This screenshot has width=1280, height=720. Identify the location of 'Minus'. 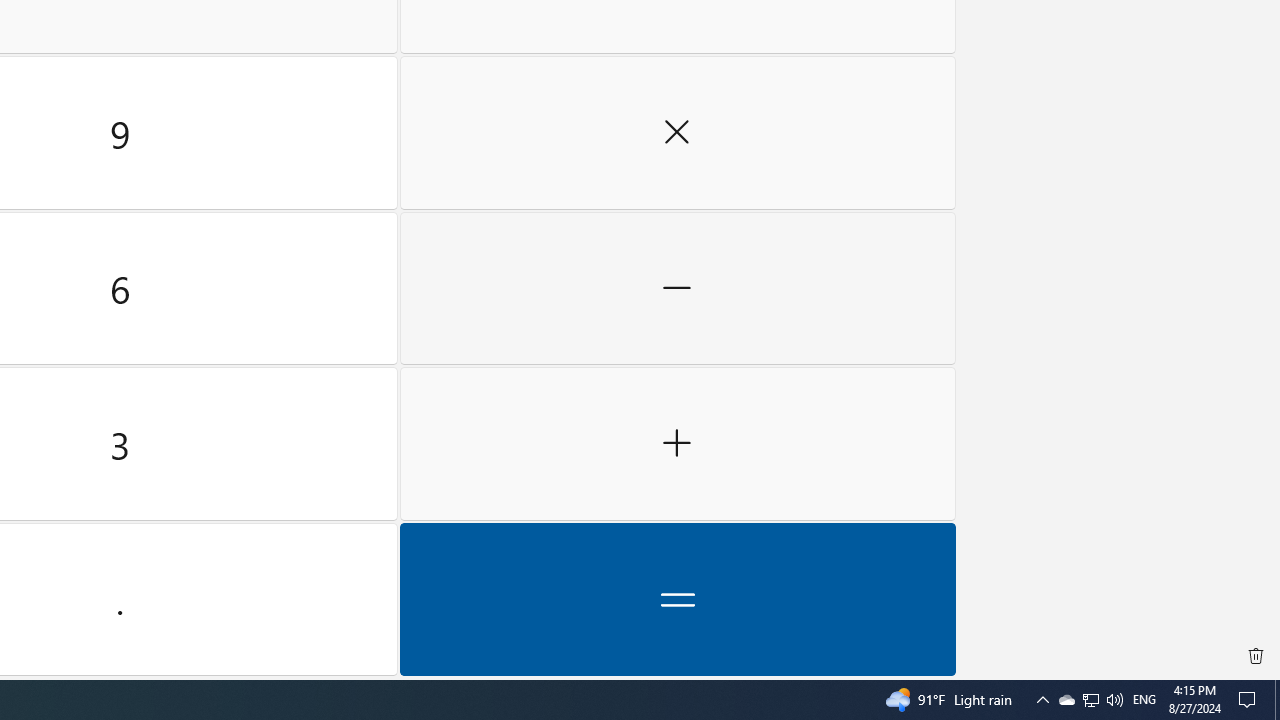
(677, 288).